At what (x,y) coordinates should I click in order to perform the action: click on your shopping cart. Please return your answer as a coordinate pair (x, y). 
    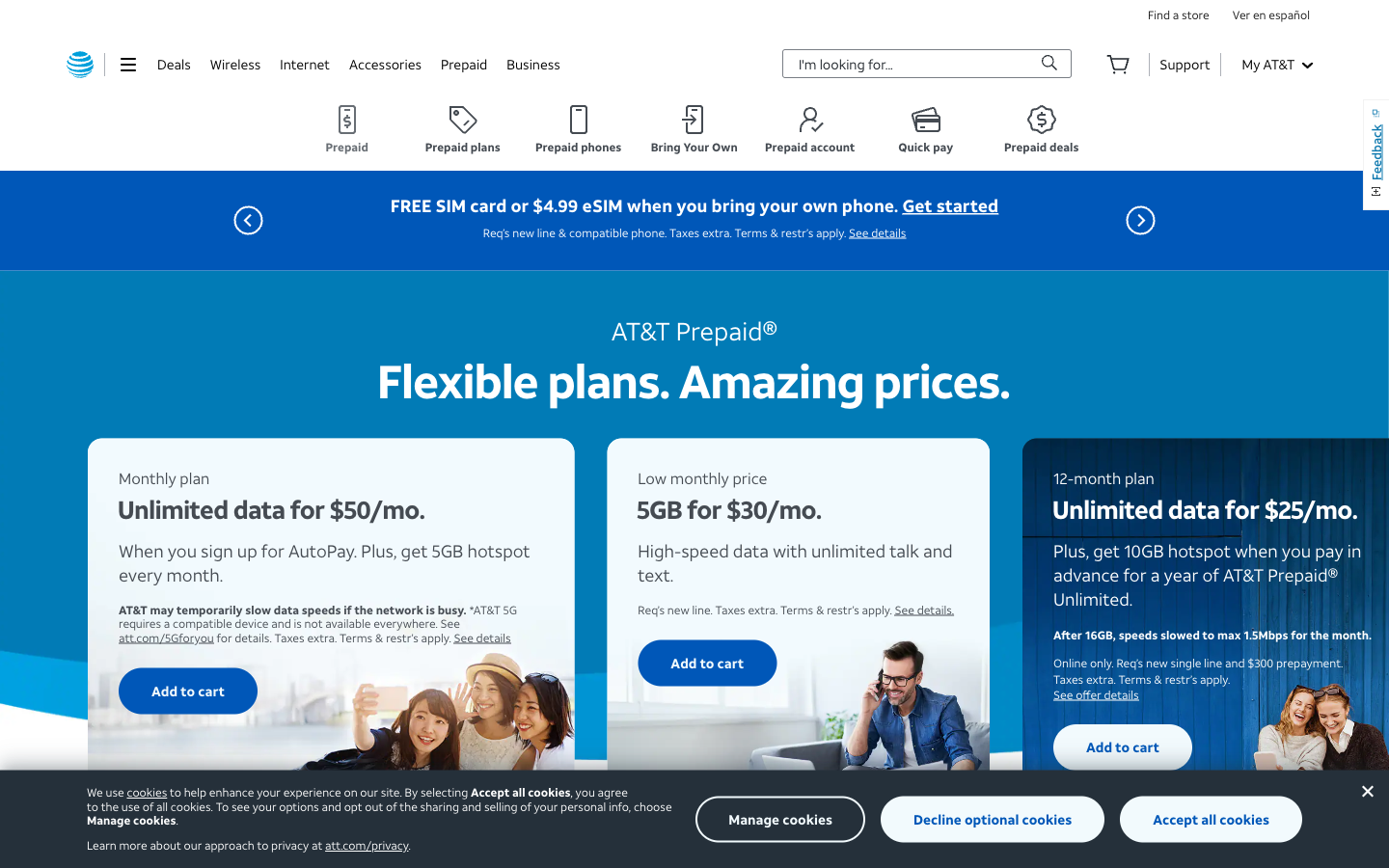
    Looking at the image, I should click on (1118, 63).